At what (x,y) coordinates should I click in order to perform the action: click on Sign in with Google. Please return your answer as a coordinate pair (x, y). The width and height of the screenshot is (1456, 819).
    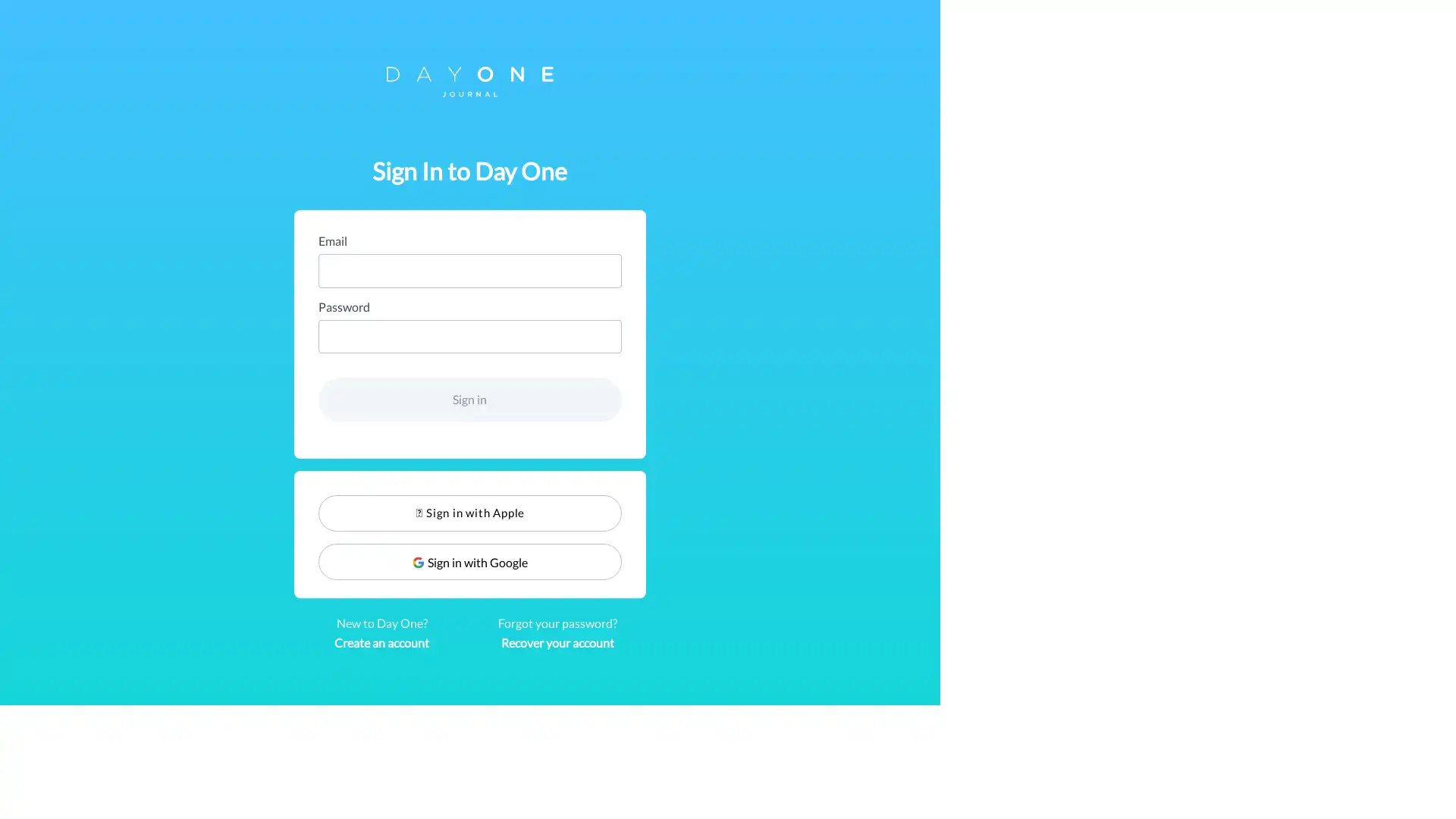
    Looking at the image, I should click on (728, 561).